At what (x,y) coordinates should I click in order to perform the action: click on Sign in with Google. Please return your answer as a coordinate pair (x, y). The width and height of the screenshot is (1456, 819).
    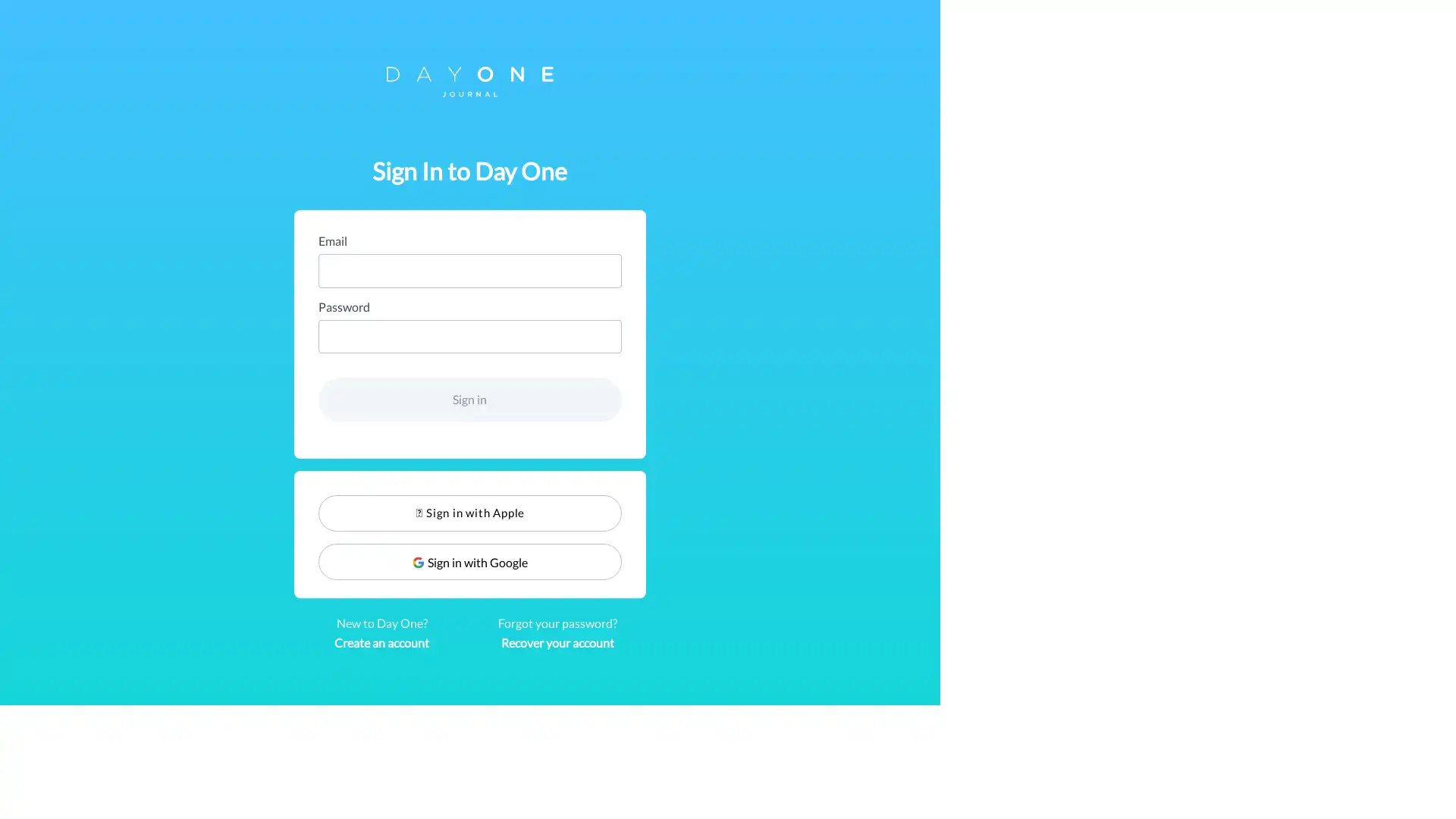
    Looking at the image, I should click on (728, 561).